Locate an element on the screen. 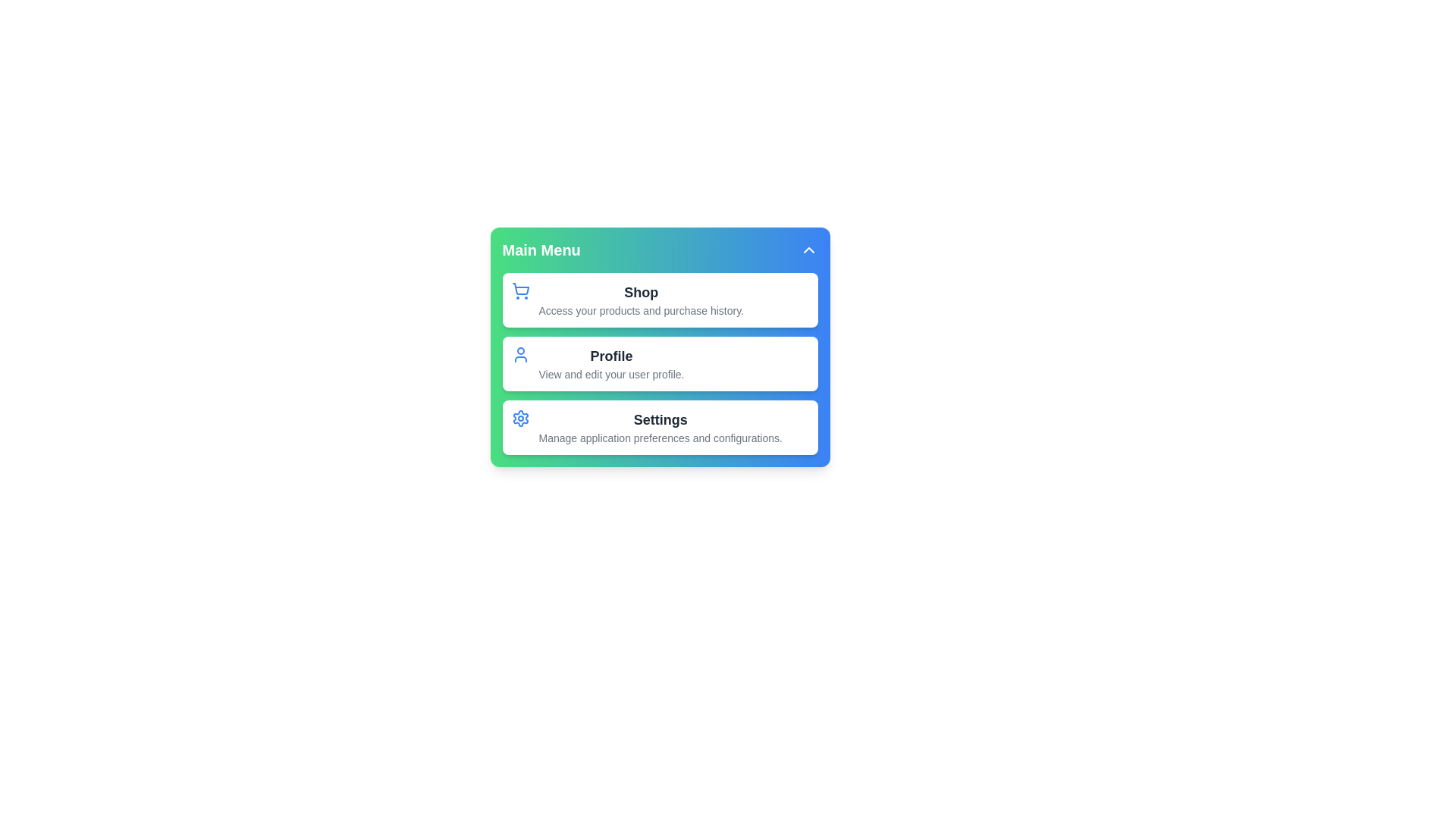  the icon of the menu item Shop is located at coordinates (520, 291).